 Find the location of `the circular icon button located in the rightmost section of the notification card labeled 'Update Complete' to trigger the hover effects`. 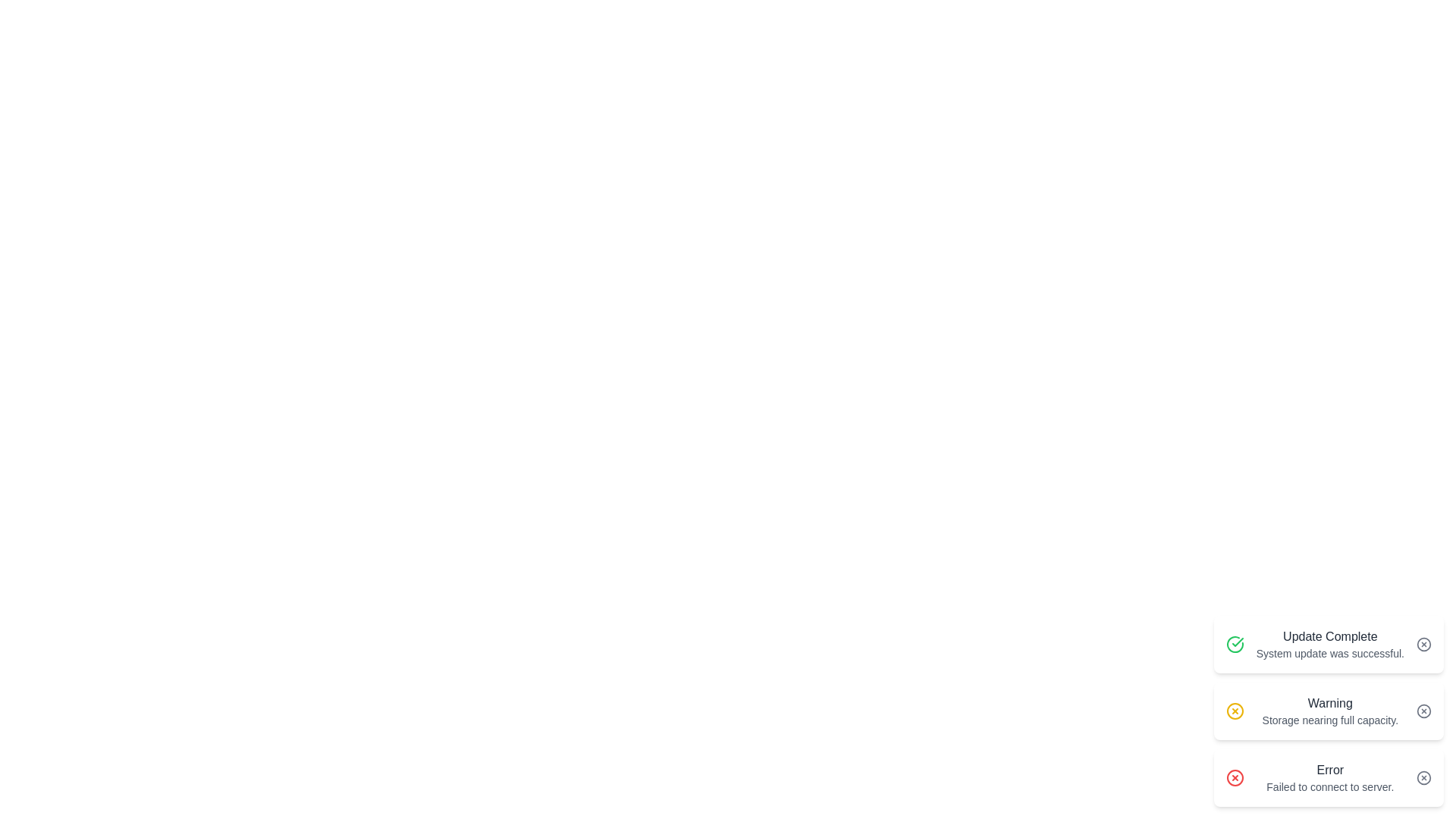

the circular icon button located in the rightmost section of the notification card labeled 'Update Complete' to trigger the hover effects is located at coordinates (1423, 644).